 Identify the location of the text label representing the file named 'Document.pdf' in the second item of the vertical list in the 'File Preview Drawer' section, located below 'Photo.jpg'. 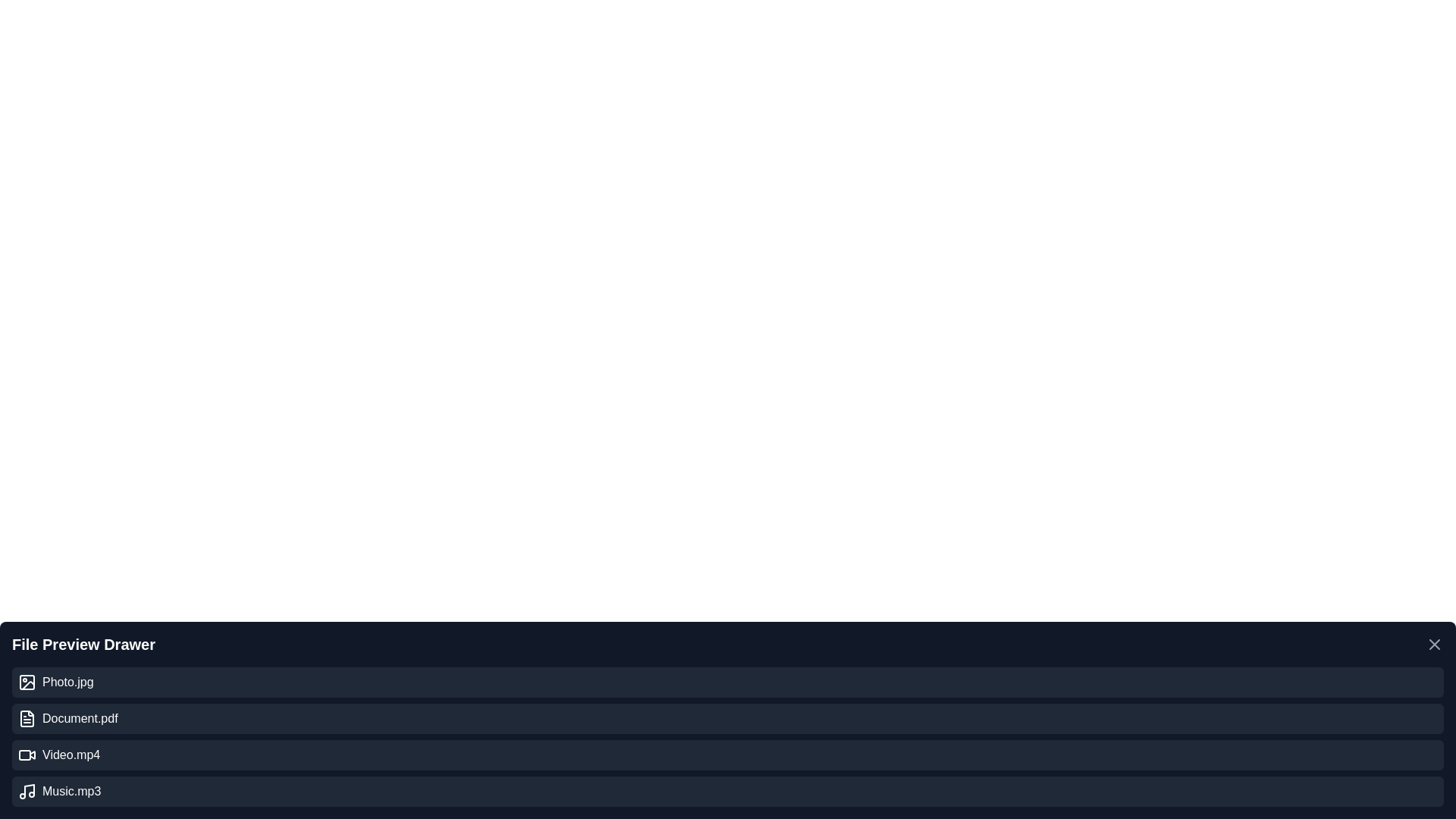
(79, 718).